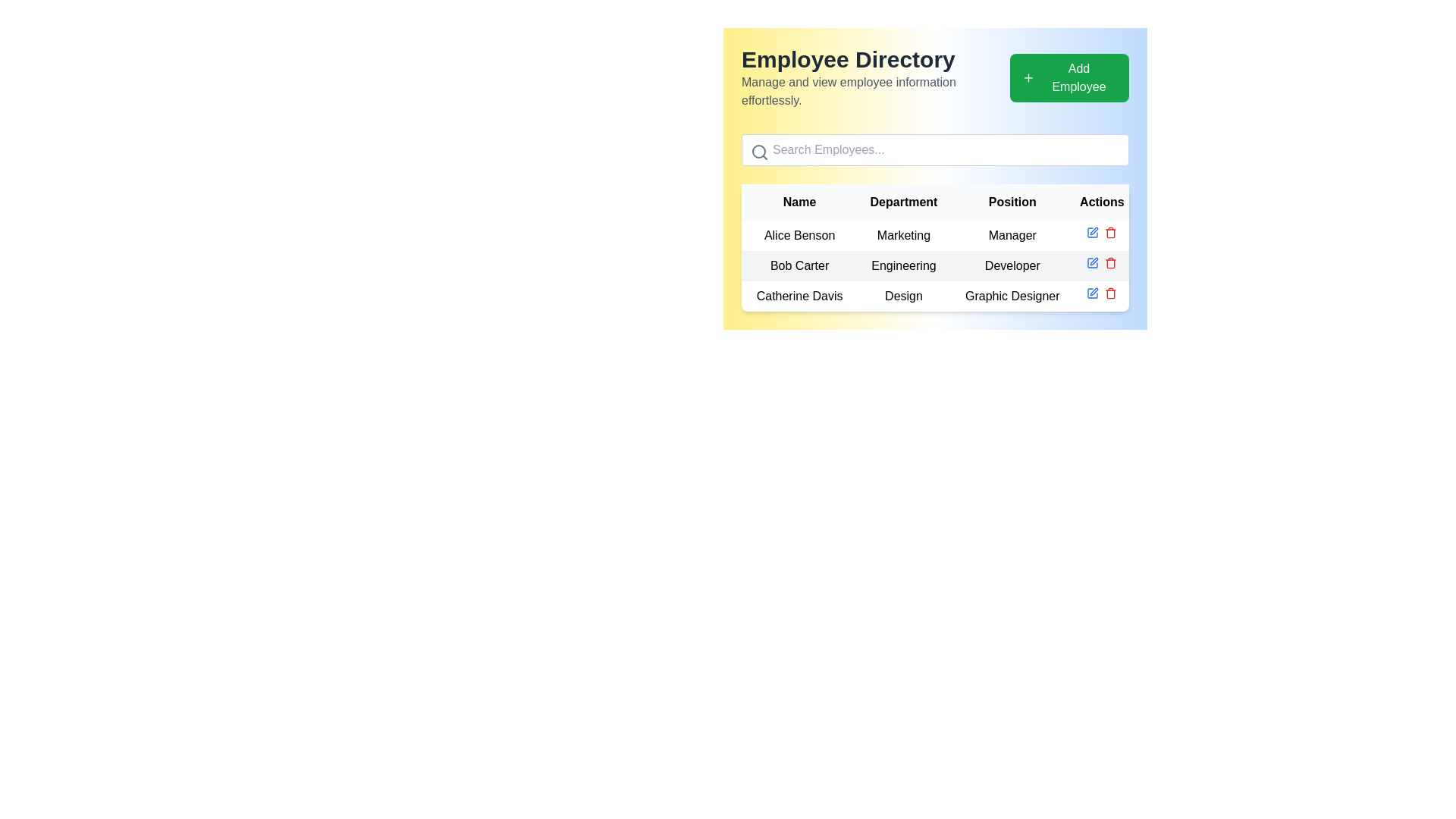 The height and width of the screenshot is (819, 1456). I want to click on the small red trash icon button in the 'Actions' column of the table row for 'Catherine Davis', so click(1111, 293).